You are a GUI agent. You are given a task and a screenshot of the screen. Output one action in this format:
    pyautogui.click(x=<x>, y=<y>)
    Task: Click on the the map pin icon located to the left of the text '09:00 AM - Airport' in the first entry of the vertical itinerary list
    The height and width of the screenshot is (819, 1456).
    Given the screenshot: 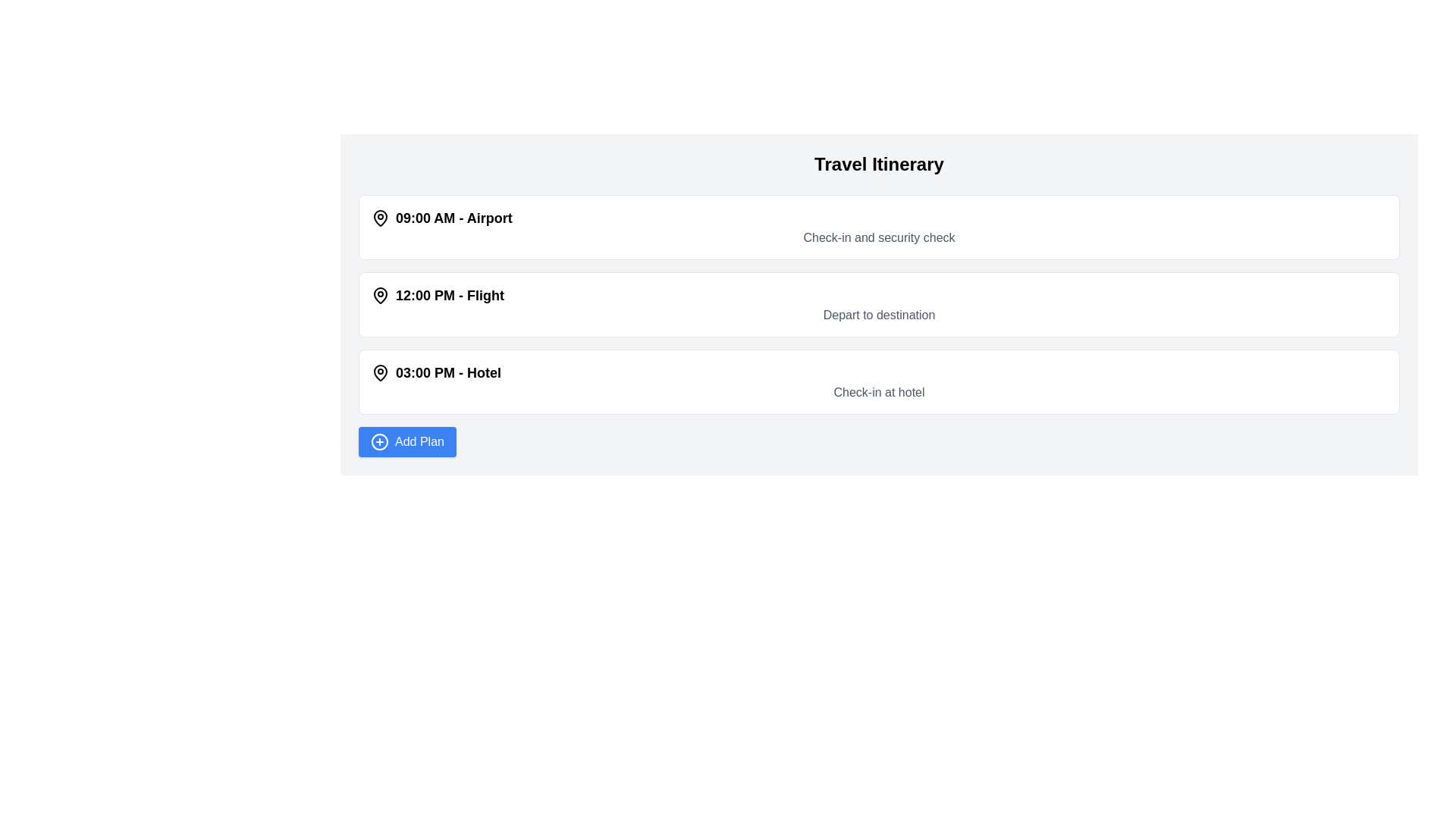 What is the action you would take?
    pyautogui.click(x=381, y=218)
    